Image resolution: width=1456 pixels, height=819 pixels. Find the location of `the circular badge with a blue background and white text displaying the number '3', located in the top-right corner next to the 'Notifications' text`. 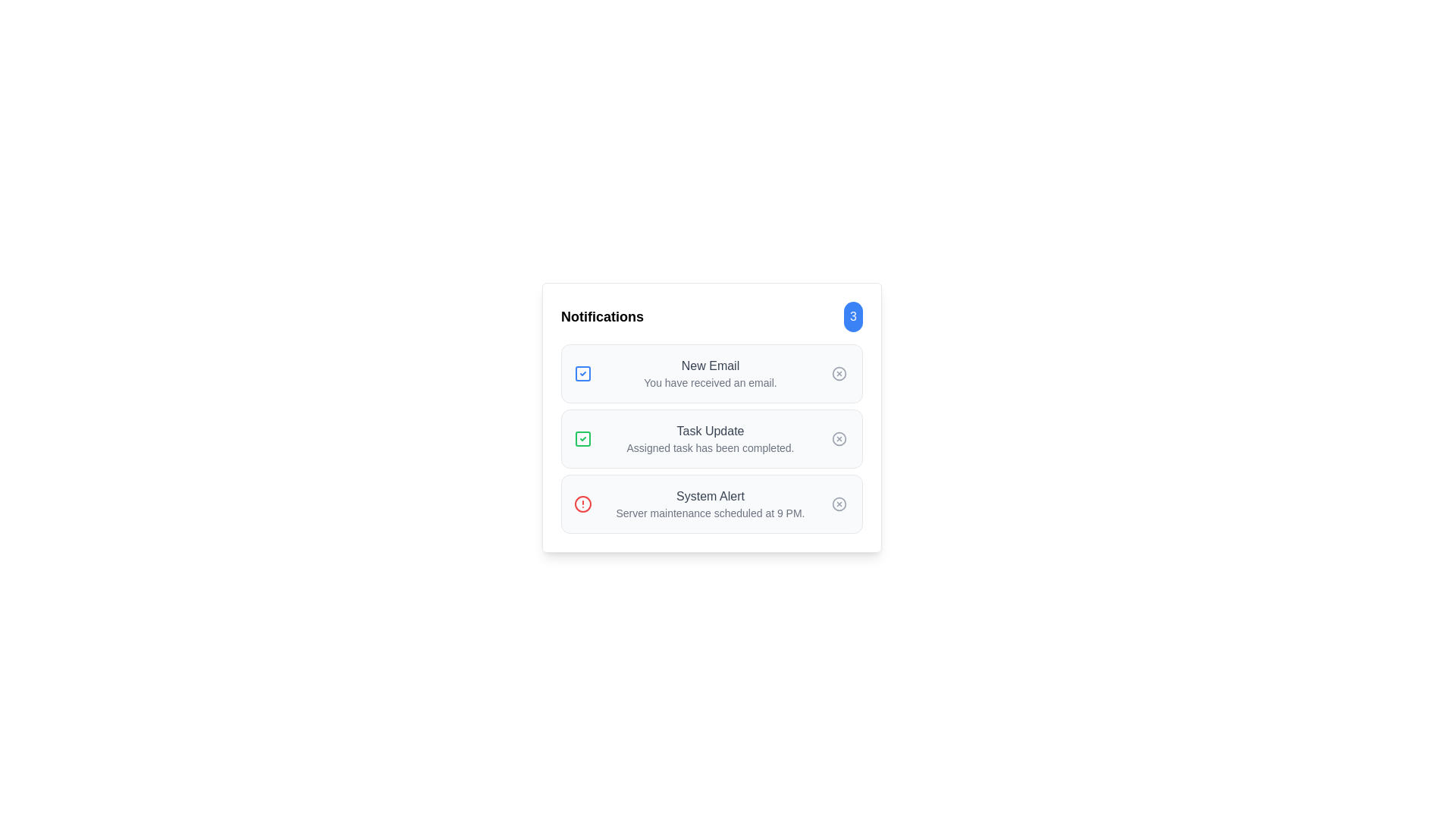

the circular badge with a blue background and white text displaying the number '3', located in the top-right corner next to the 'Notifications' text is located at coordinates (853, 315).